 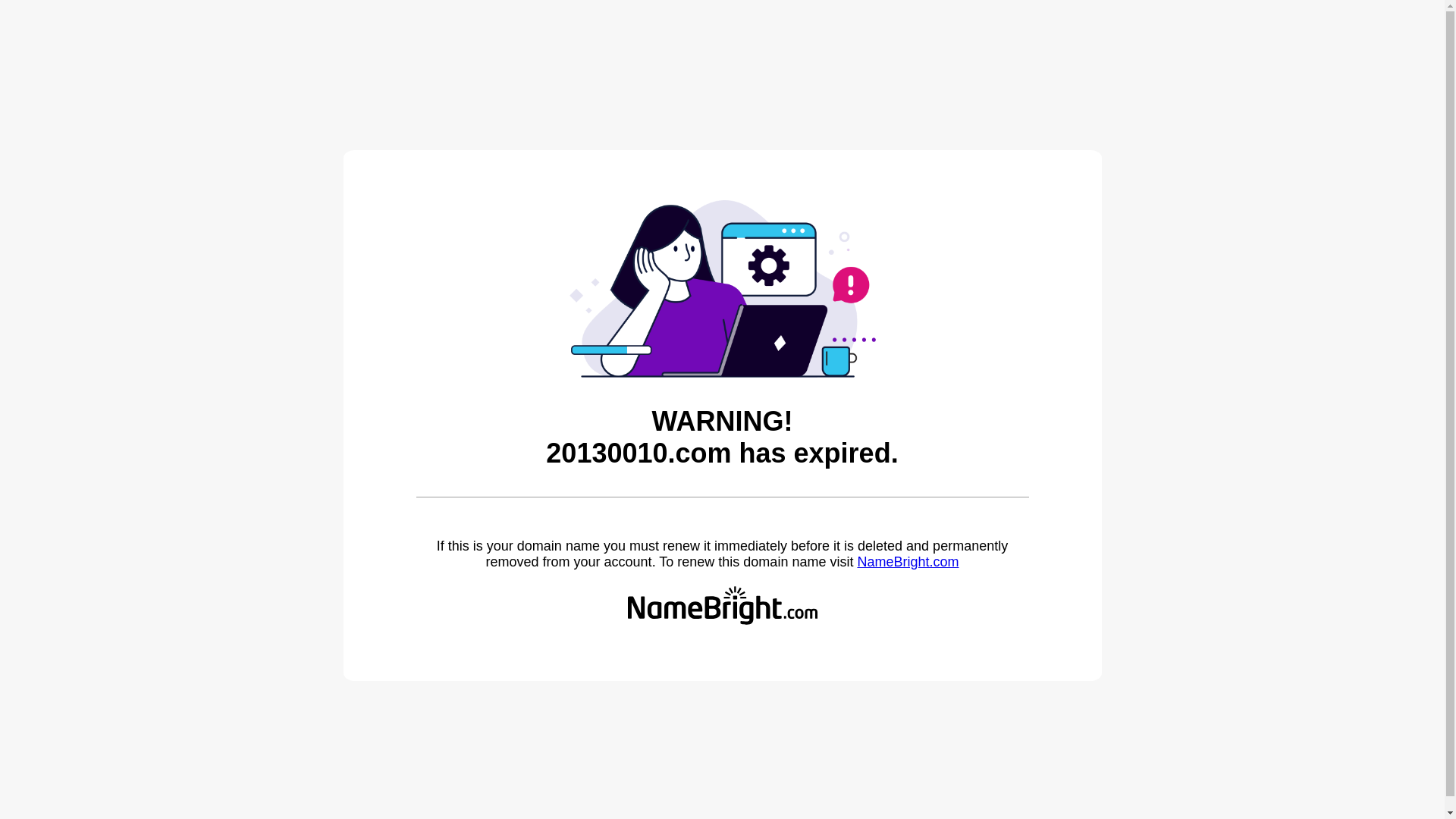 What do you see at coordinates (907, 561) in the screenshot?
I see `'NameBright.com'` at bounding box center [907, 561].